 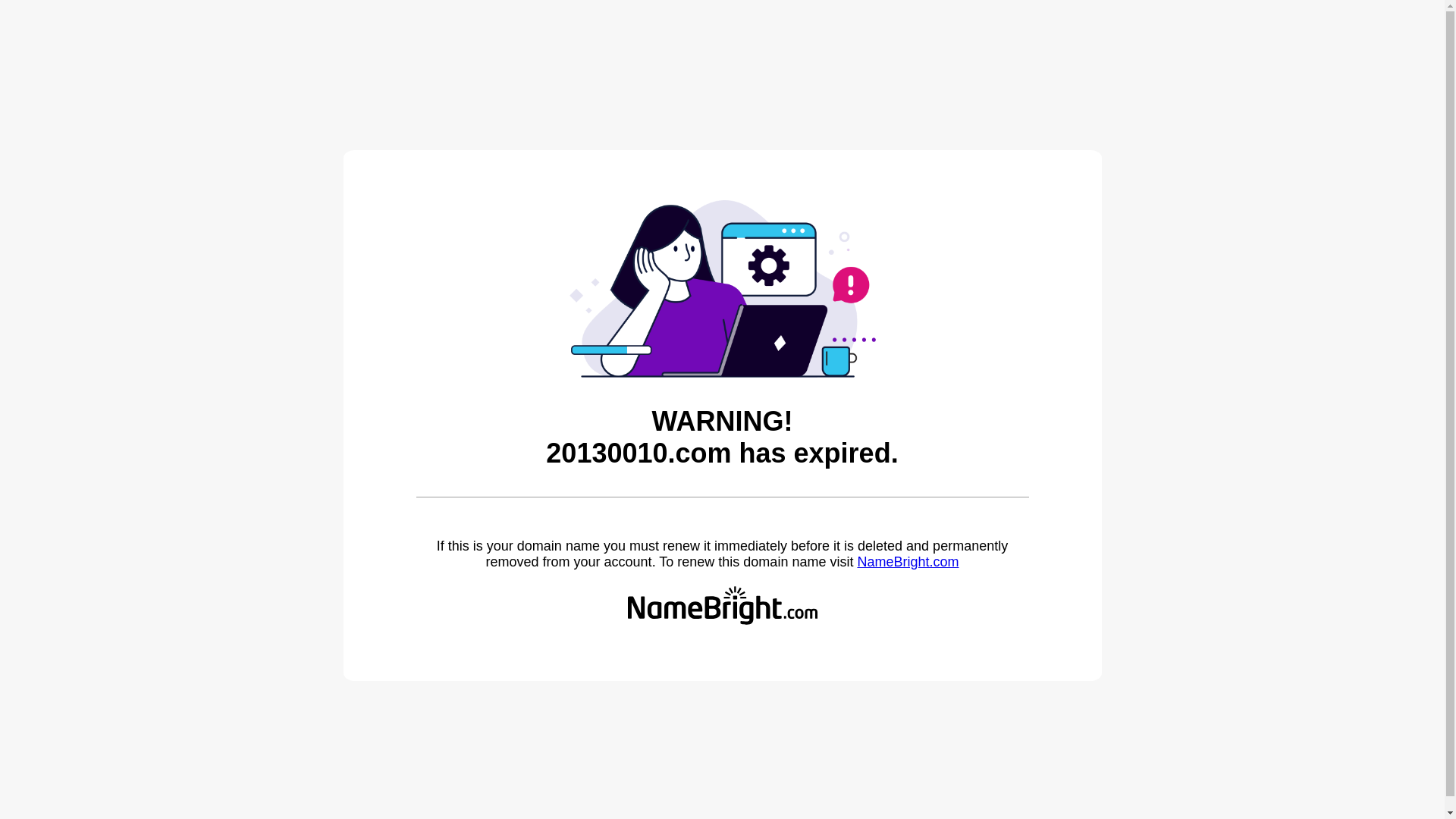 What do you see at coordinates (907, 561) in the screenshot?
I see `'NameBright.com'` at bounding box center [907, 561].